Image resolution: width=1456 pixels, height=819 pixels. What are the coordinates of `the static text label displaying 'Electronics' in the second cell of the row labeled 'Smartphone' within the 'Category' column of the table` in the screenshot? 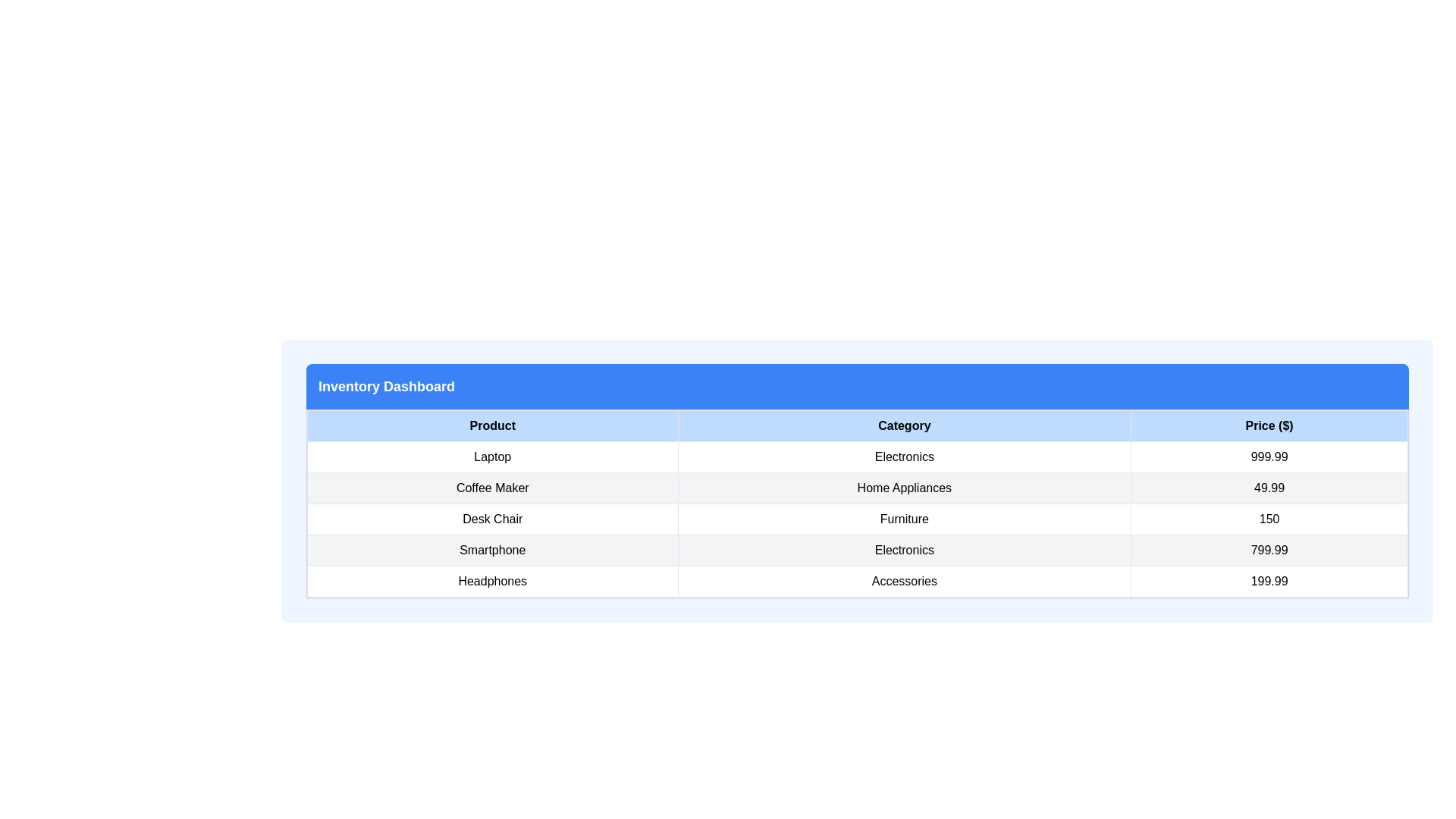 It's located at (904, 550).